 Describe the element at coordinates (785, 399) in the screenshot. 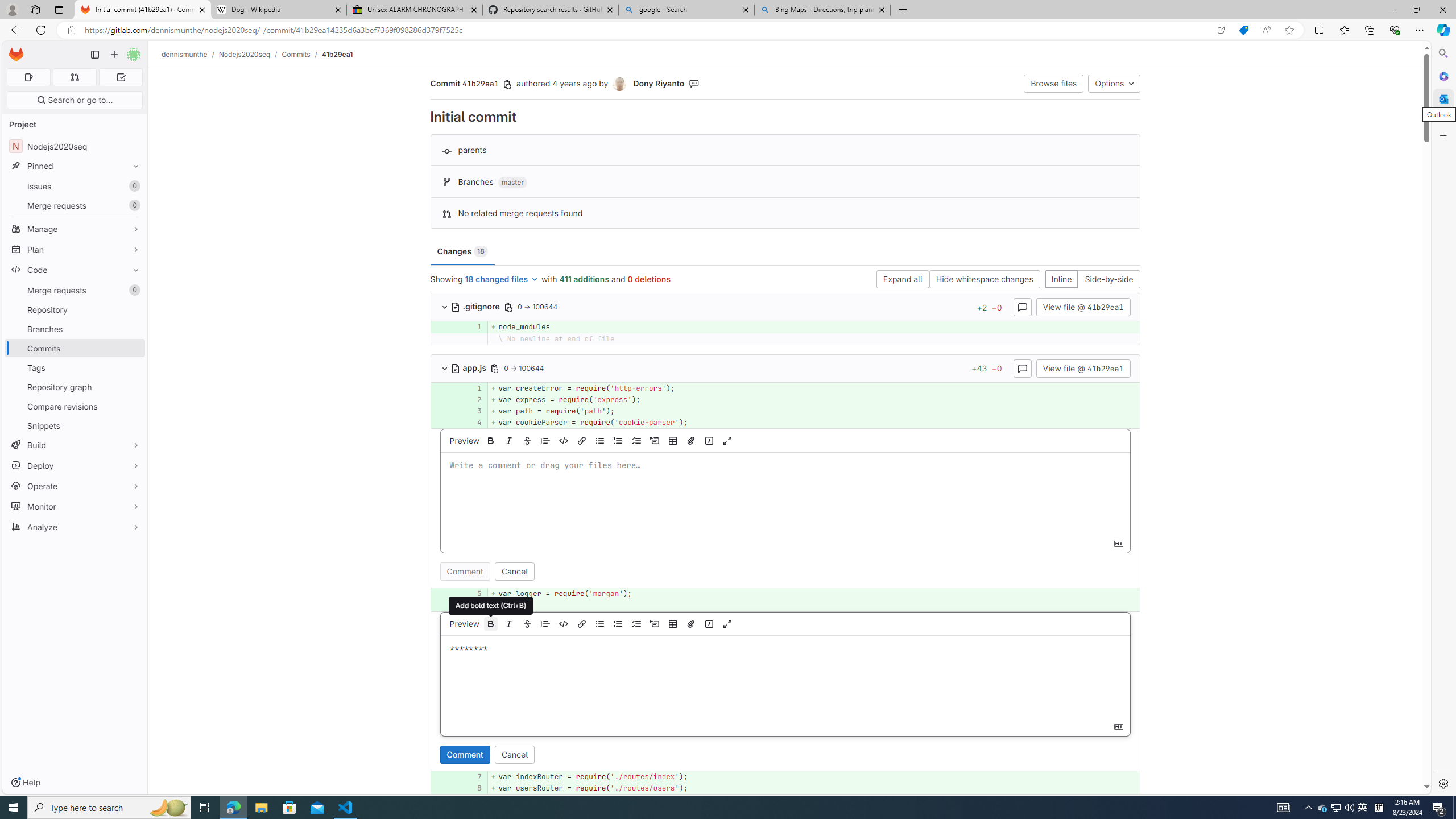

I see `'AutomationID: 4a68969ef8e858229267b842dedf42ab5dde4d50_0_2'` at that location.